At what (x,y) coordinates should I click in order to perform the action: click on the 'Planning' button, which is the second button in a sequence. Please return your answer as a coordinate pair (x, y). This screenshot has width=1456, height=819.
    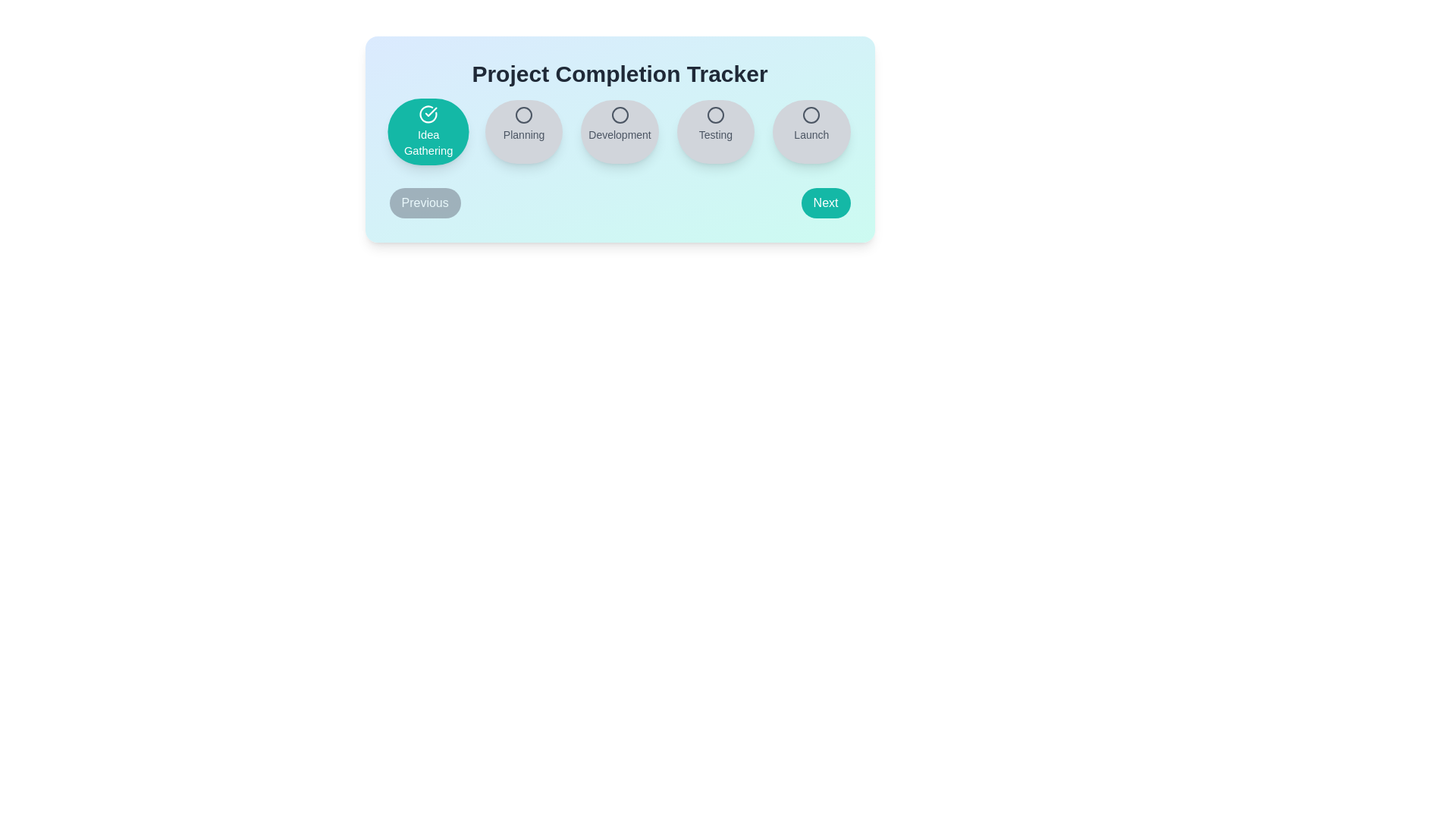
    Looking at the image, I should click on (524, 130).